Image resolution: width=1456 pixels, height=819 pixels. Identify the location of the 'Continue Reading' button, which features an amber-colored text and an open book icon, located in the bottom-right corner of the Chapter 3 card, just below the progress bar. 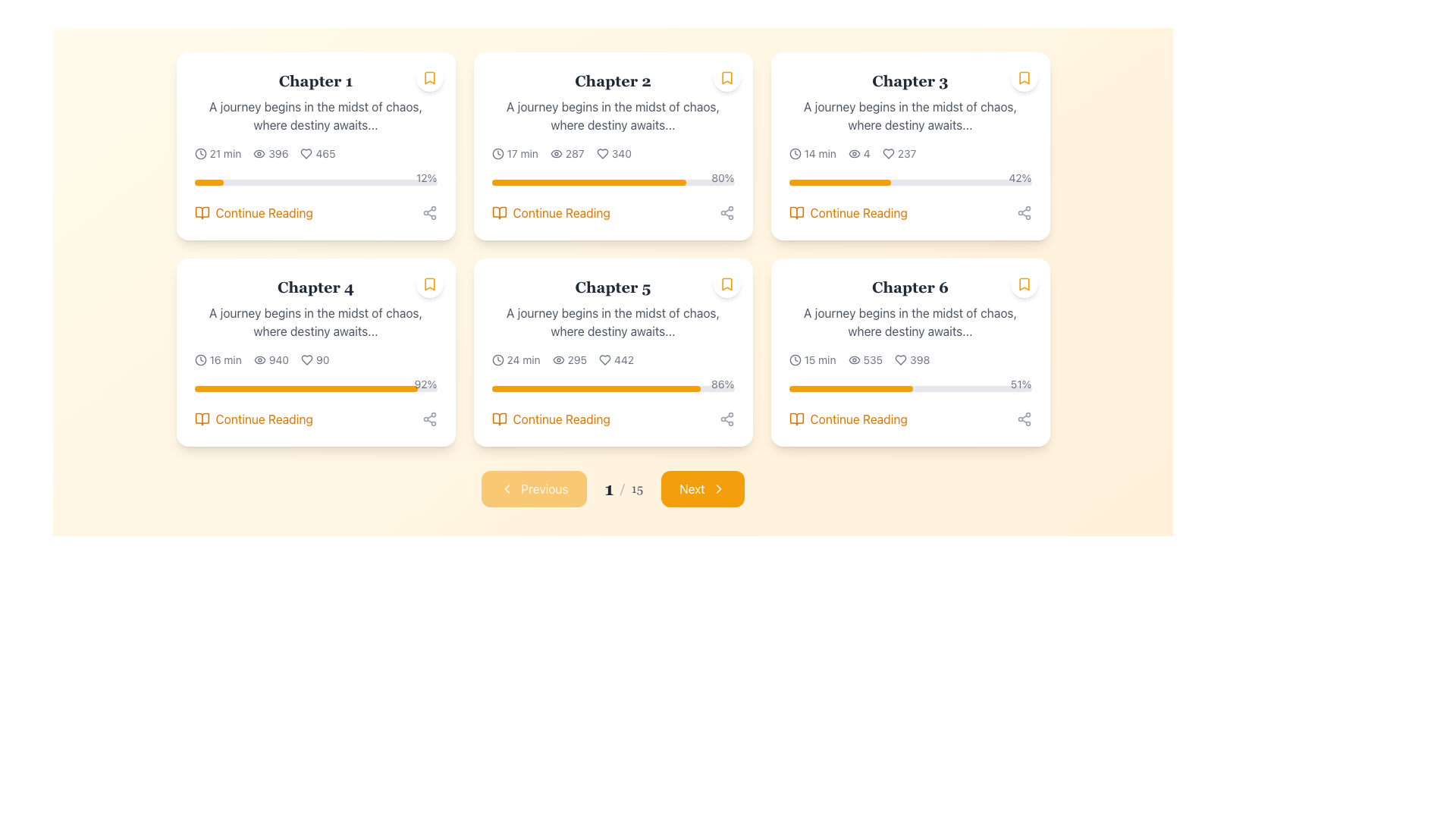
(847, 213).